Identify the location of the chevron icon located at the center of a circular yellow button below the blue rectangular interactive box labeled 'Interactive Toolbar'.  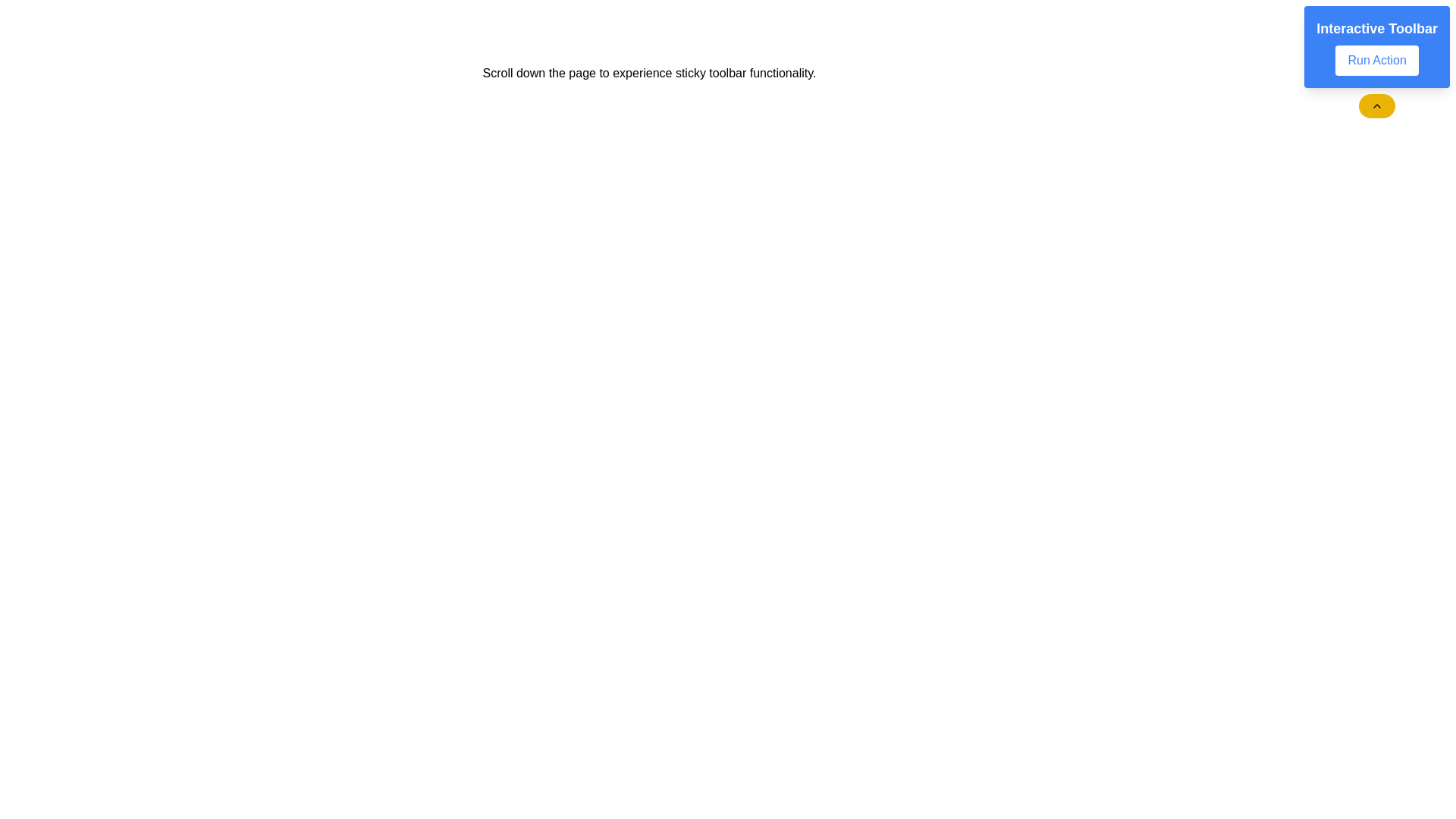
(1377, 105).